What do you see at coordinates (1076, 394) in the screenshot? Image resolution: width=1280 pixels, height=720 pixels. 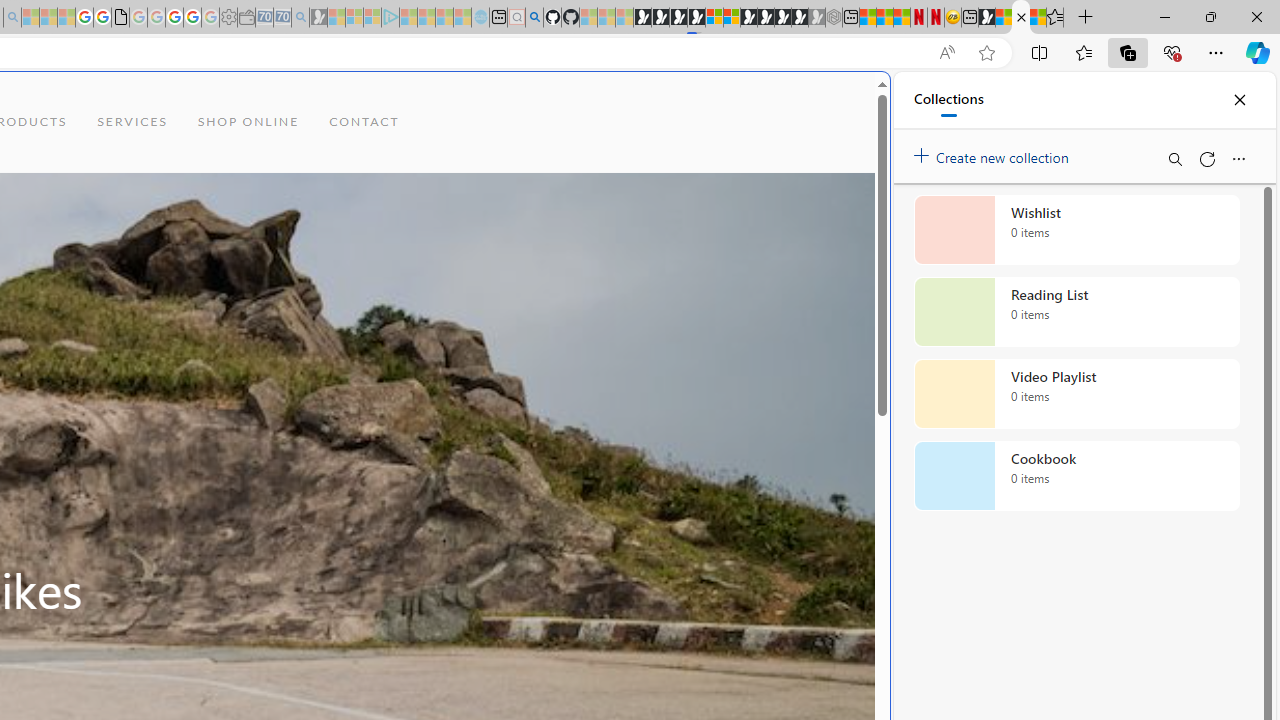 I see `'Video Playlist collection, 0 items'` at bounding box center [1076, 394].